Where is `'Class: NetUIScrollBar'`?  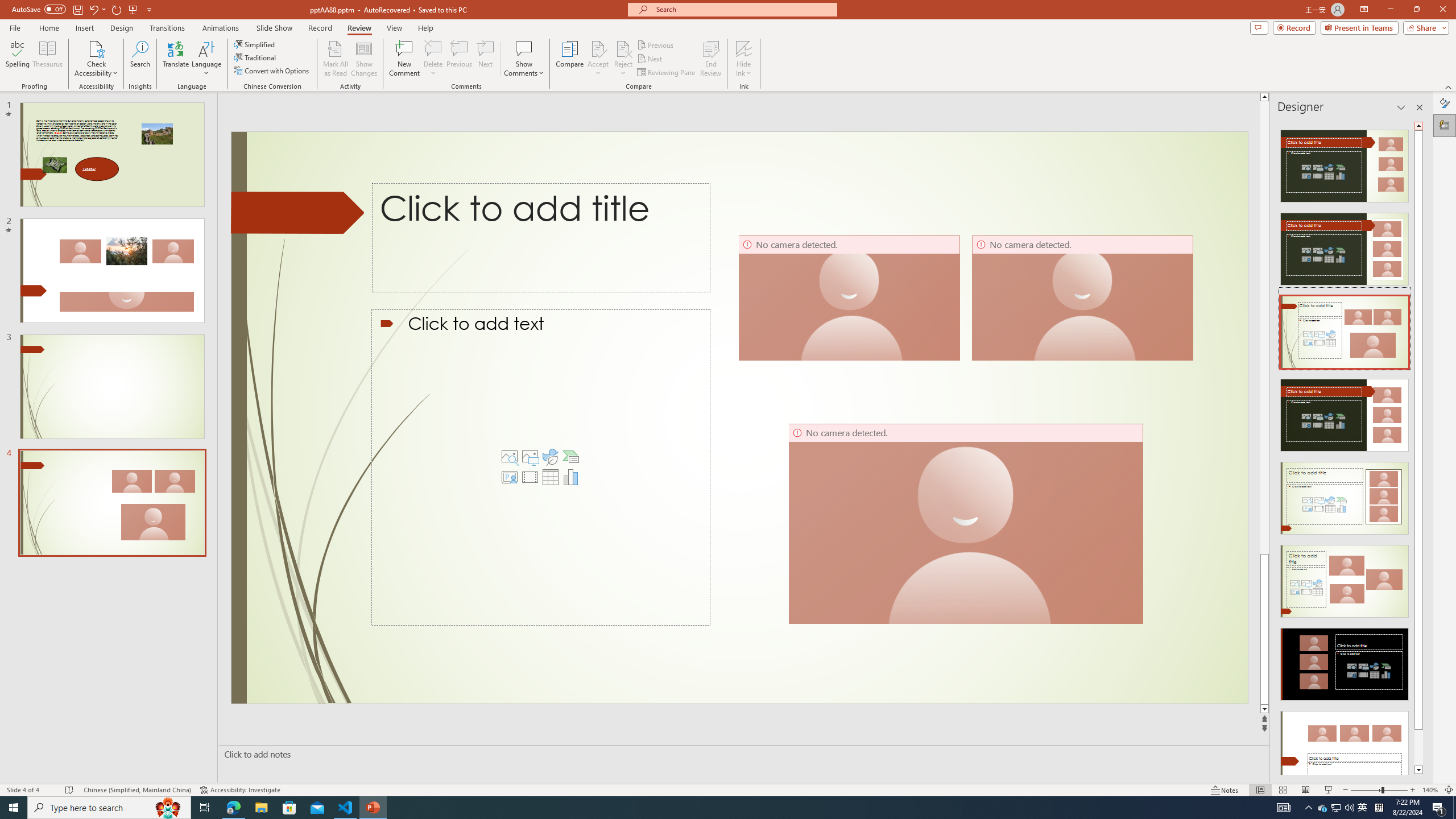
'Class: NetUIScrollBar' is located at coordinates (1418, 447).